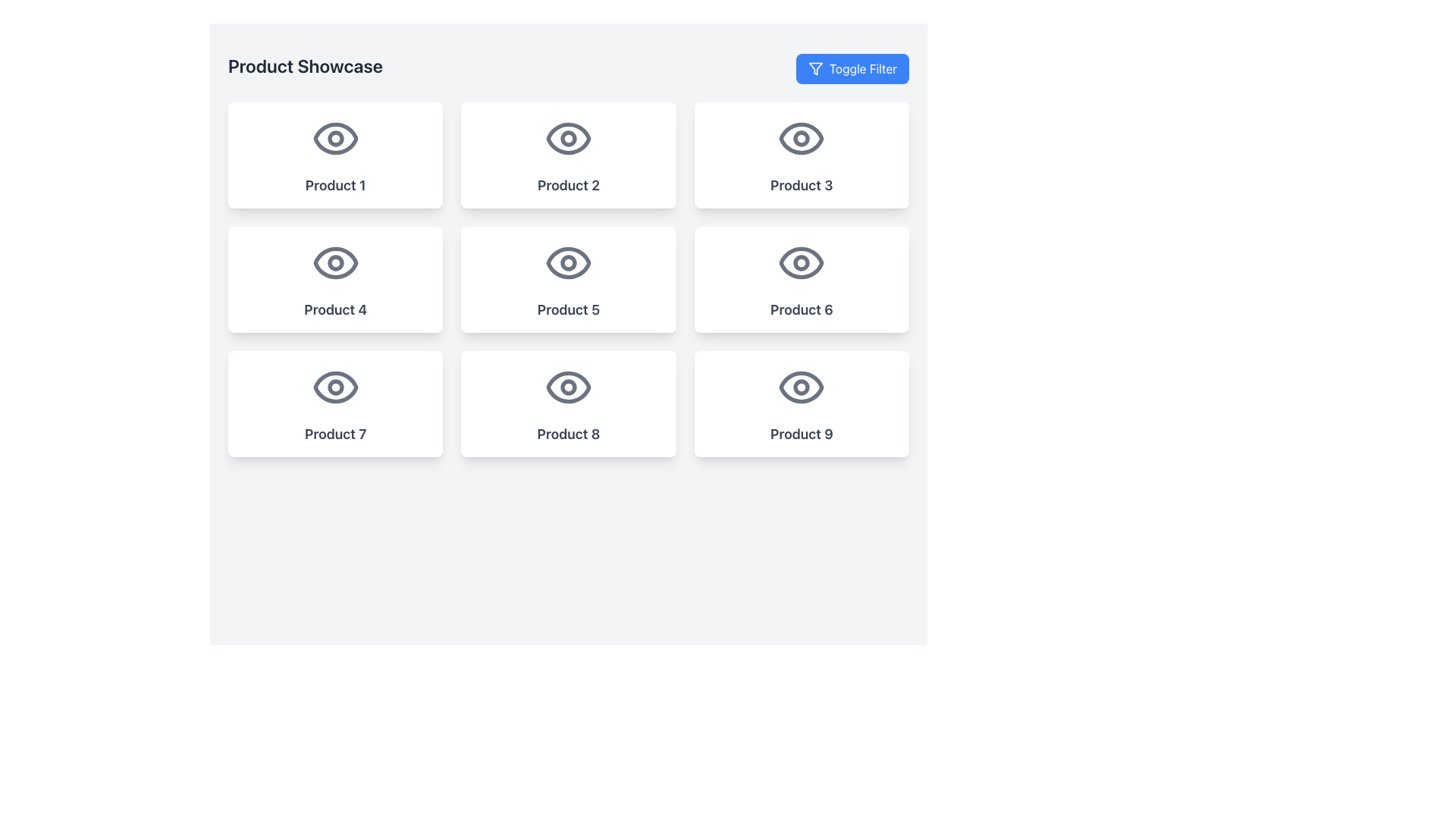 This screenshot has width=1456, height=819. I want to click on the gray eye-shaped icon located above the text 'Product 6' in the second row of the third column in a 3x3 grid layout, so click(801, 262).